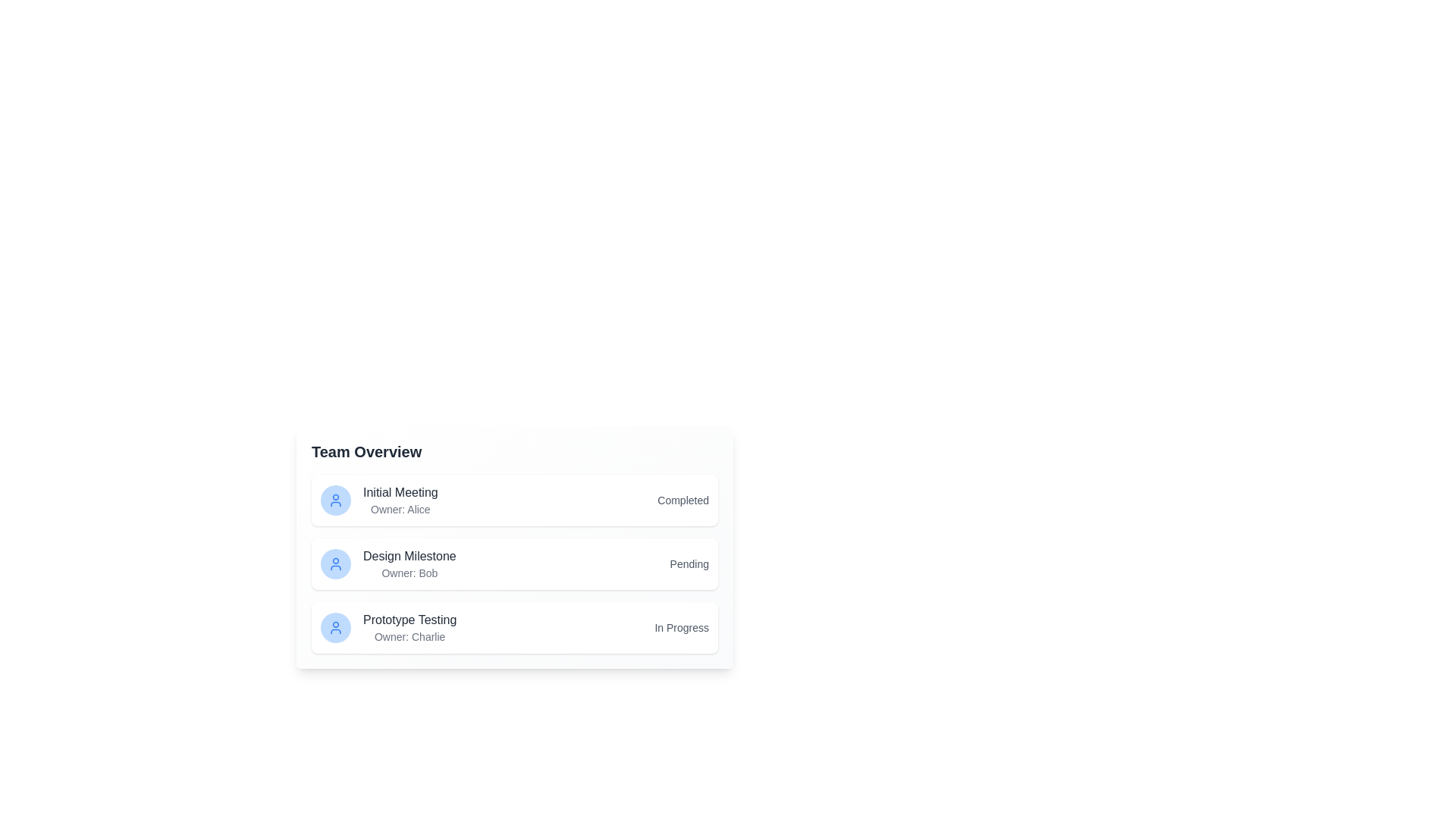 The width and height of the screenshot is (1456, 819). What do you see at coordinates (682, 500) in the screenshot?
I see `the status indicator text label that signifies the completion state of the task or meeting, located at the right end of the card, aligned horizontally with 'Initial Meeting' and 'Owner: Alice'` at bounding box center [682, 500].